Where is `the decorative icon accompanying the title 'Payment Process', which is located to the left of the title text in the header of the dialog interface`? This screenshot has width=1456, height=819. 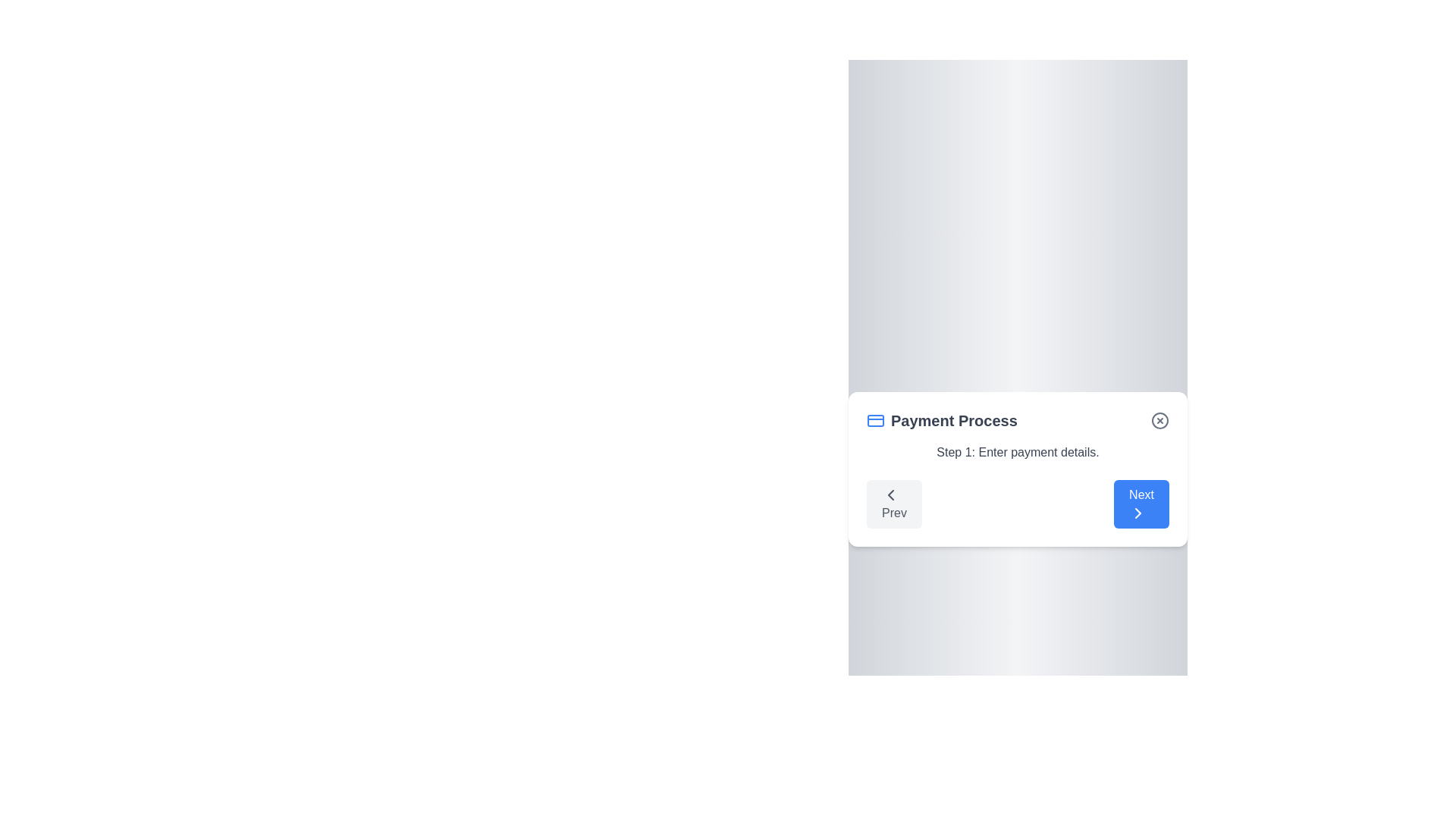 the decorative icon accompanying the title 'Payment Process', which is located to the left of the title text in the header of the dialog interface is located at coordinates (876, 421).